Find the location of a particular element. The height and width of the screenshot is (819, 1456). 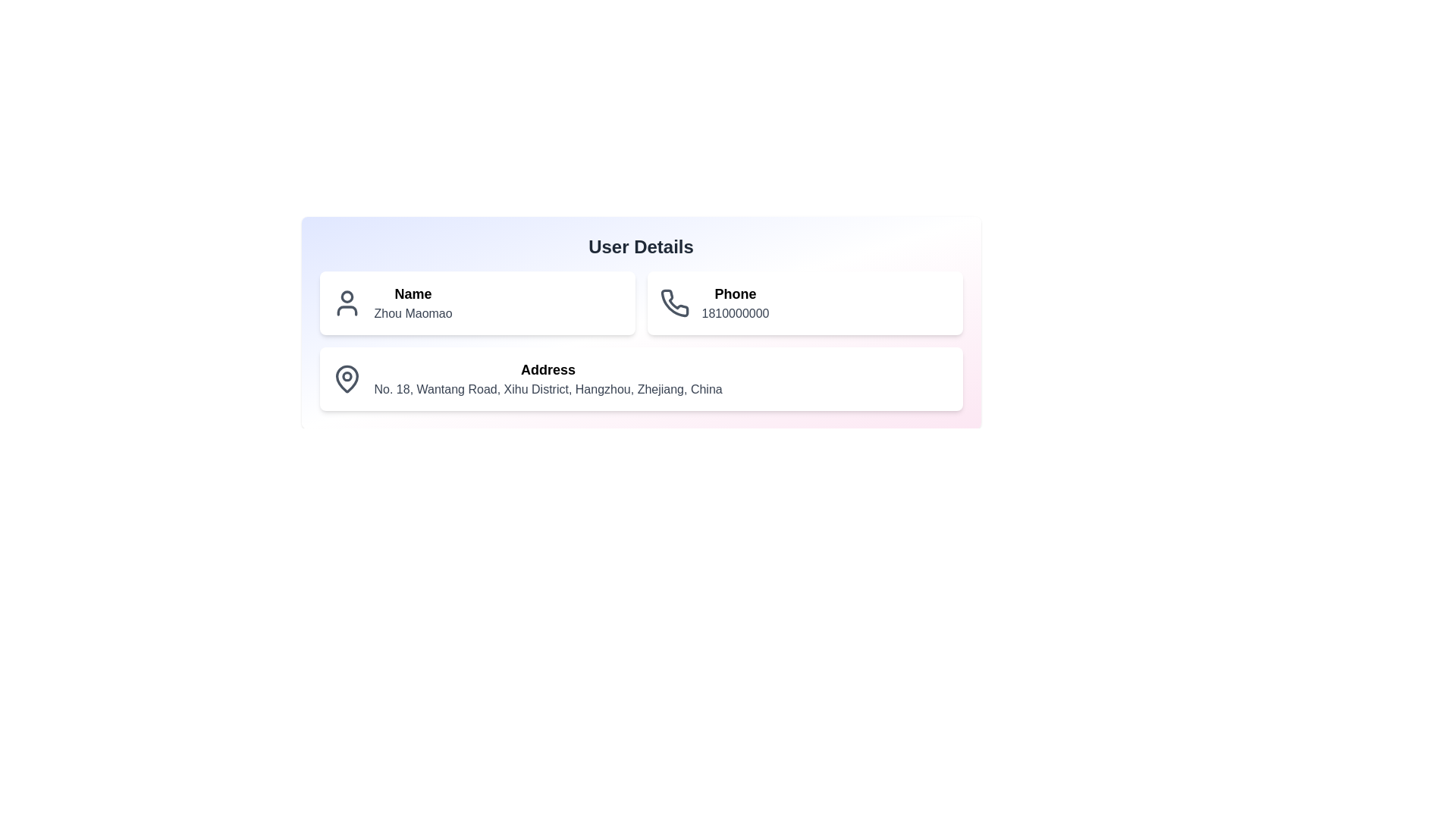

the small circular graphical element within the SVG, located near the text 'Address' is located at coordinates (346, 375).